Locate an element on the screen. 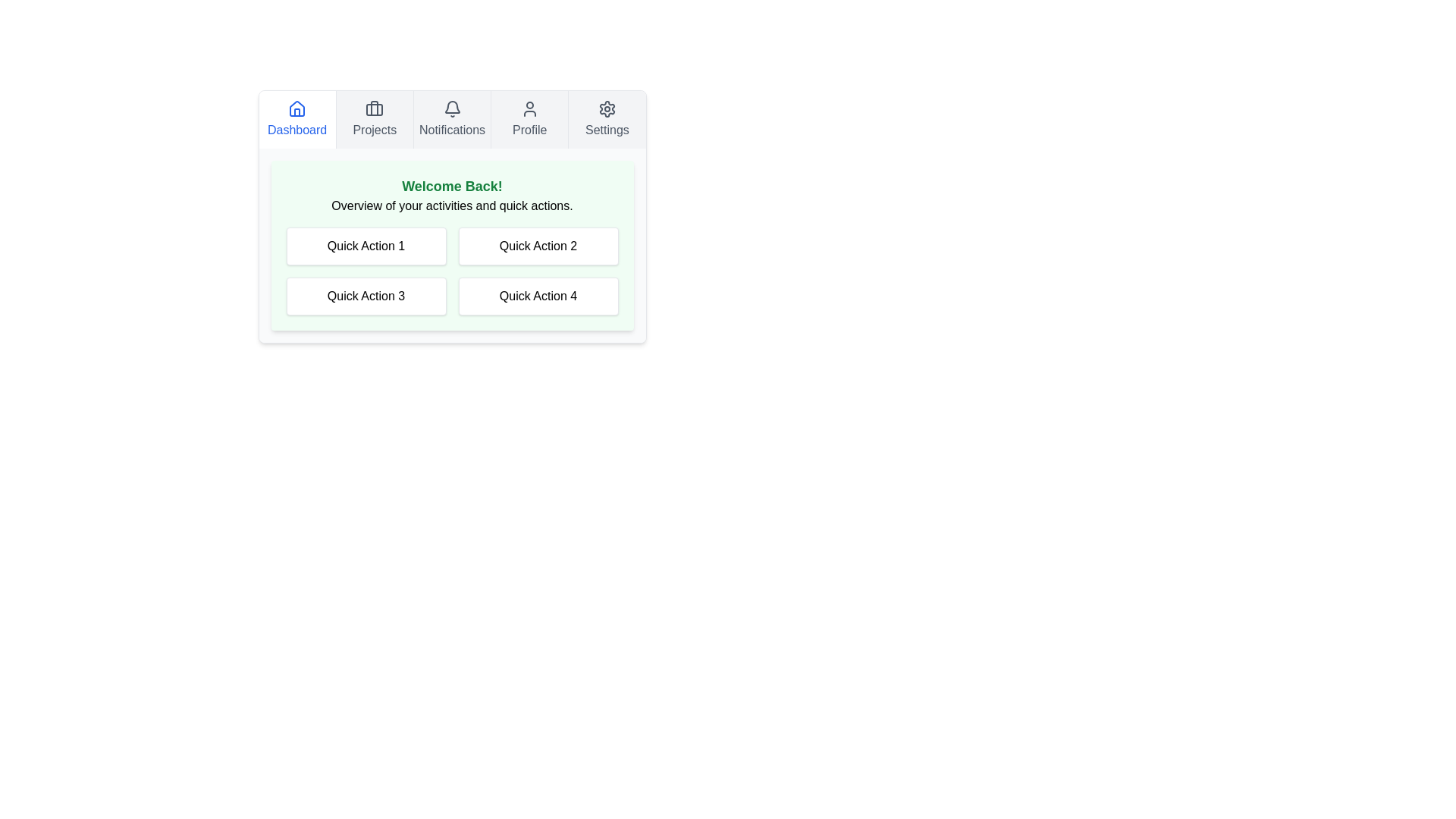 This screenshot has height=819, width=1456. the settings button, which is the last item in the horizontal navigation bar, to change its background color is located at coordinates (607, 119).